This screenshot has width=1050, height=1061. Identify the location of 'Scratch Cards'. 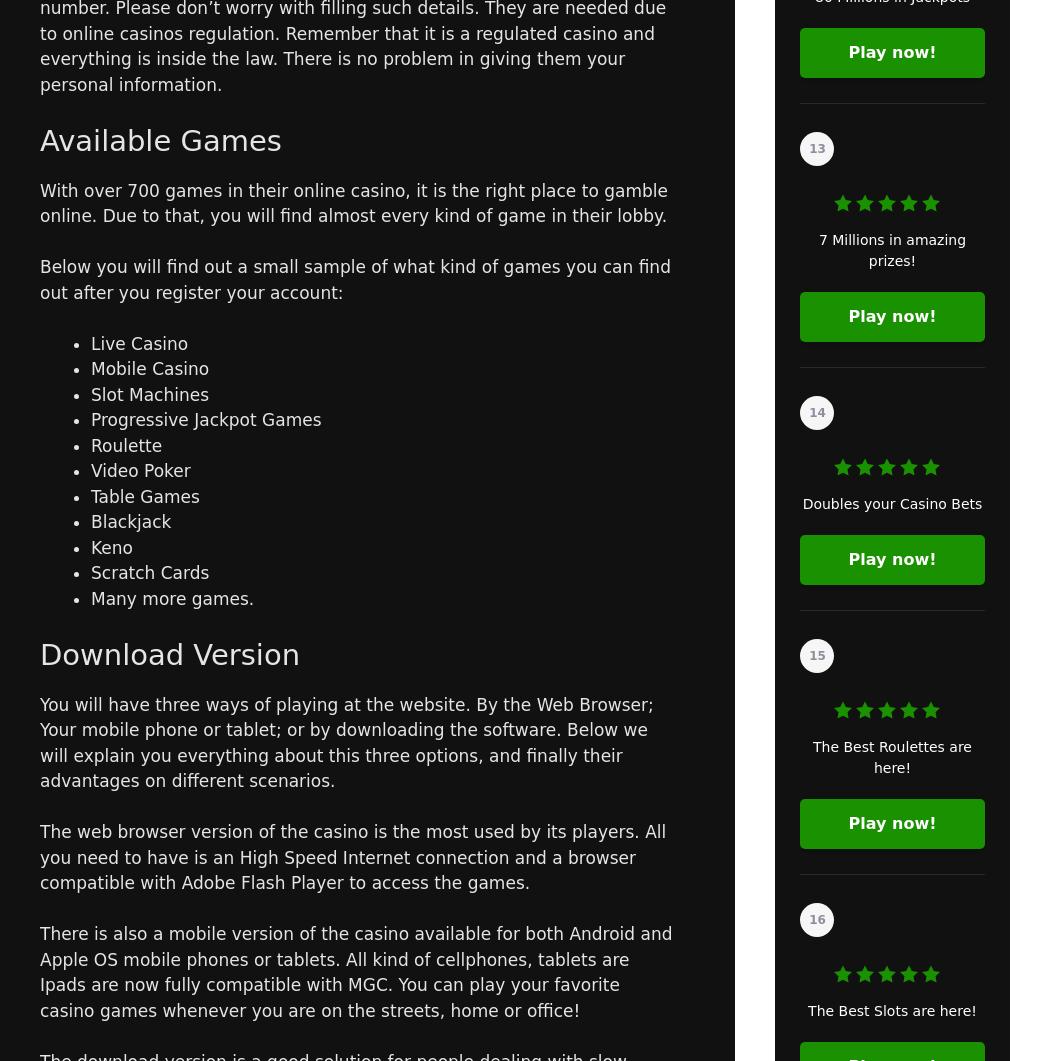
(150, 572).